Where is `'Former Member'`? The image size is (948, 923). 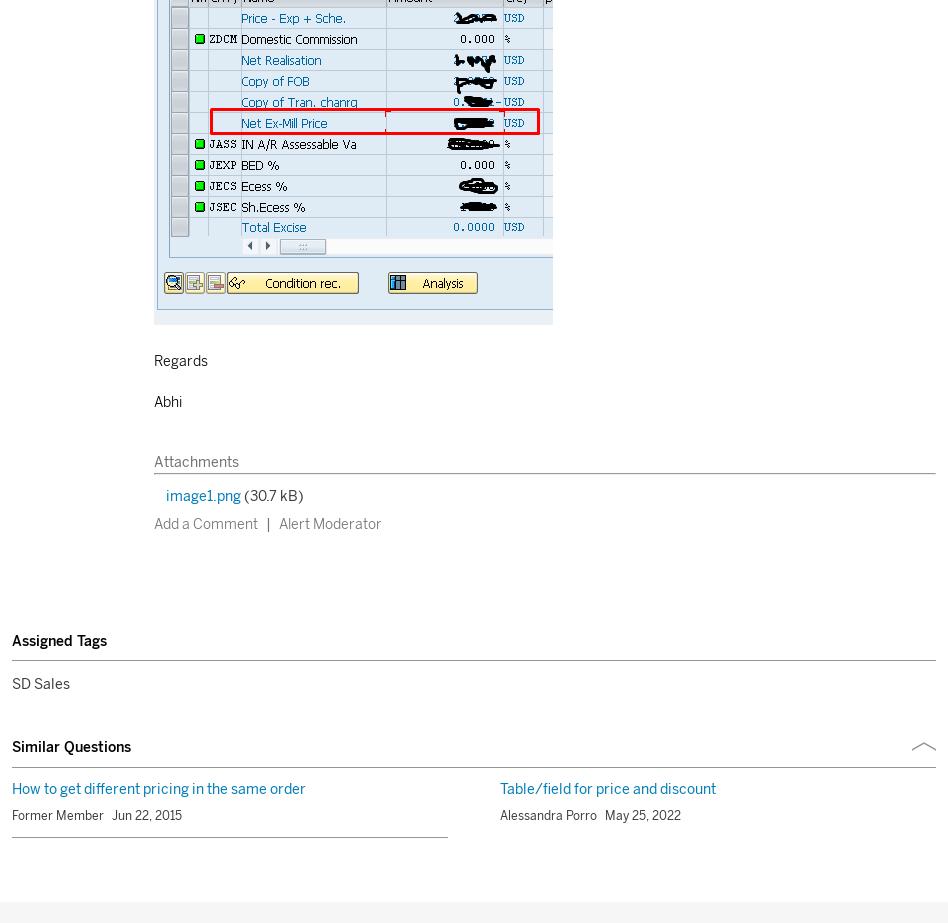 'Former Member' is located at coordinates (58, 815).